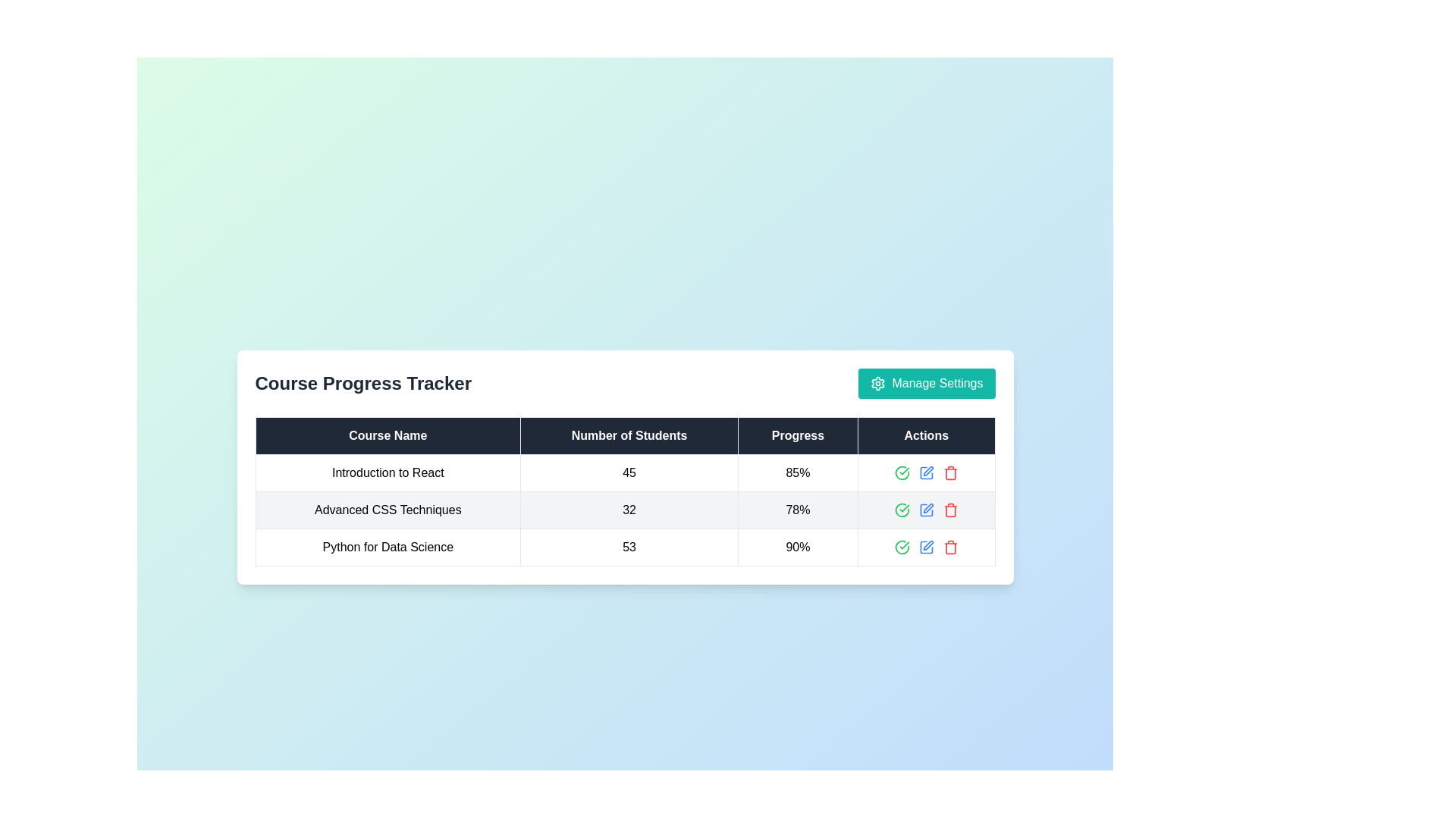  I want to click on the text label displaying the count of students enrolled in the 'Python for Data Science' course for accessibility purposes, so click(629, 547).